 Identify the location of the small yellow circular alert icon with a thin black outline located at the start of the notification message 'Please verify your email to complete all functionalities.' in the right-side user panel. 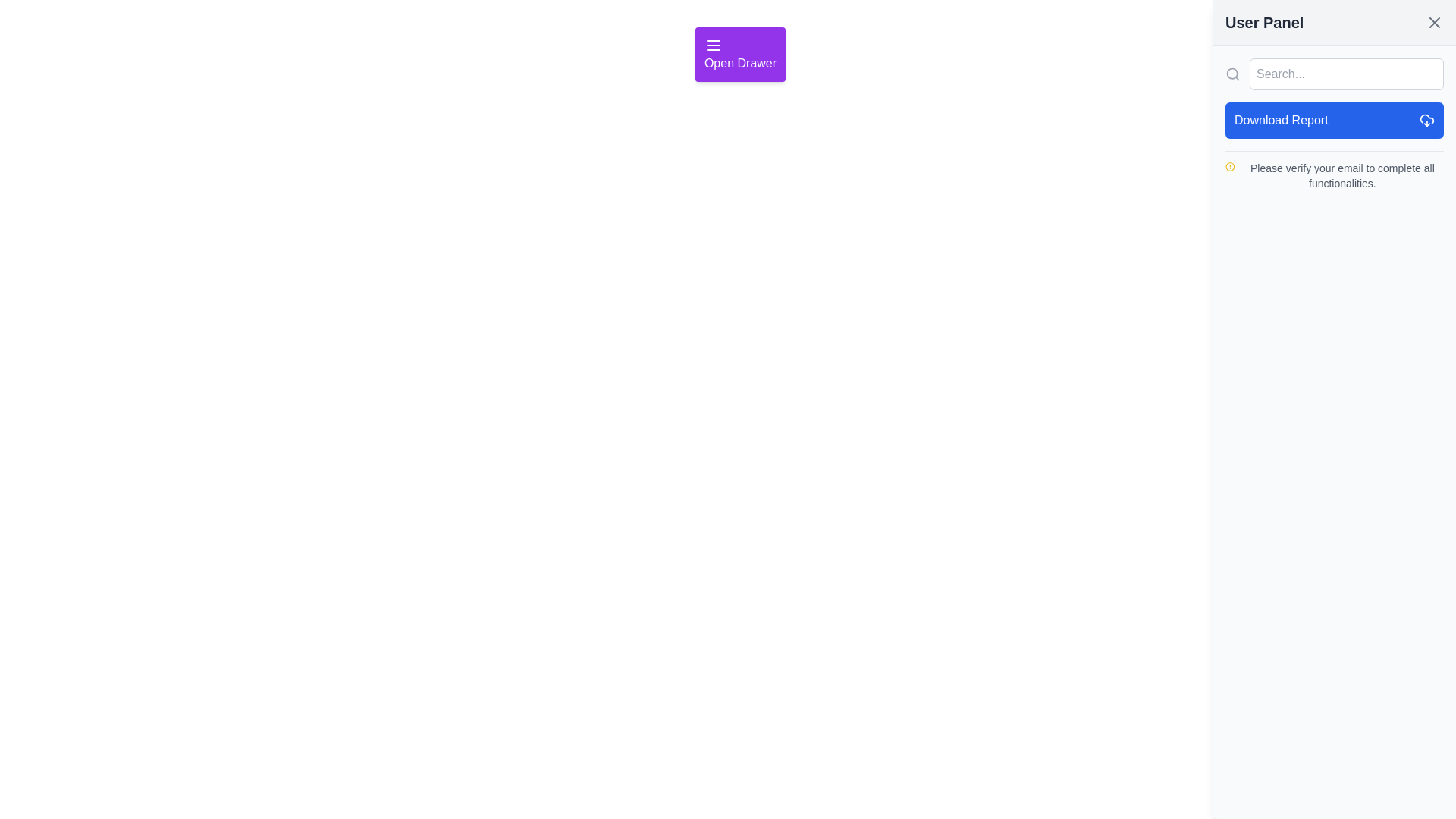
(1230, 166).